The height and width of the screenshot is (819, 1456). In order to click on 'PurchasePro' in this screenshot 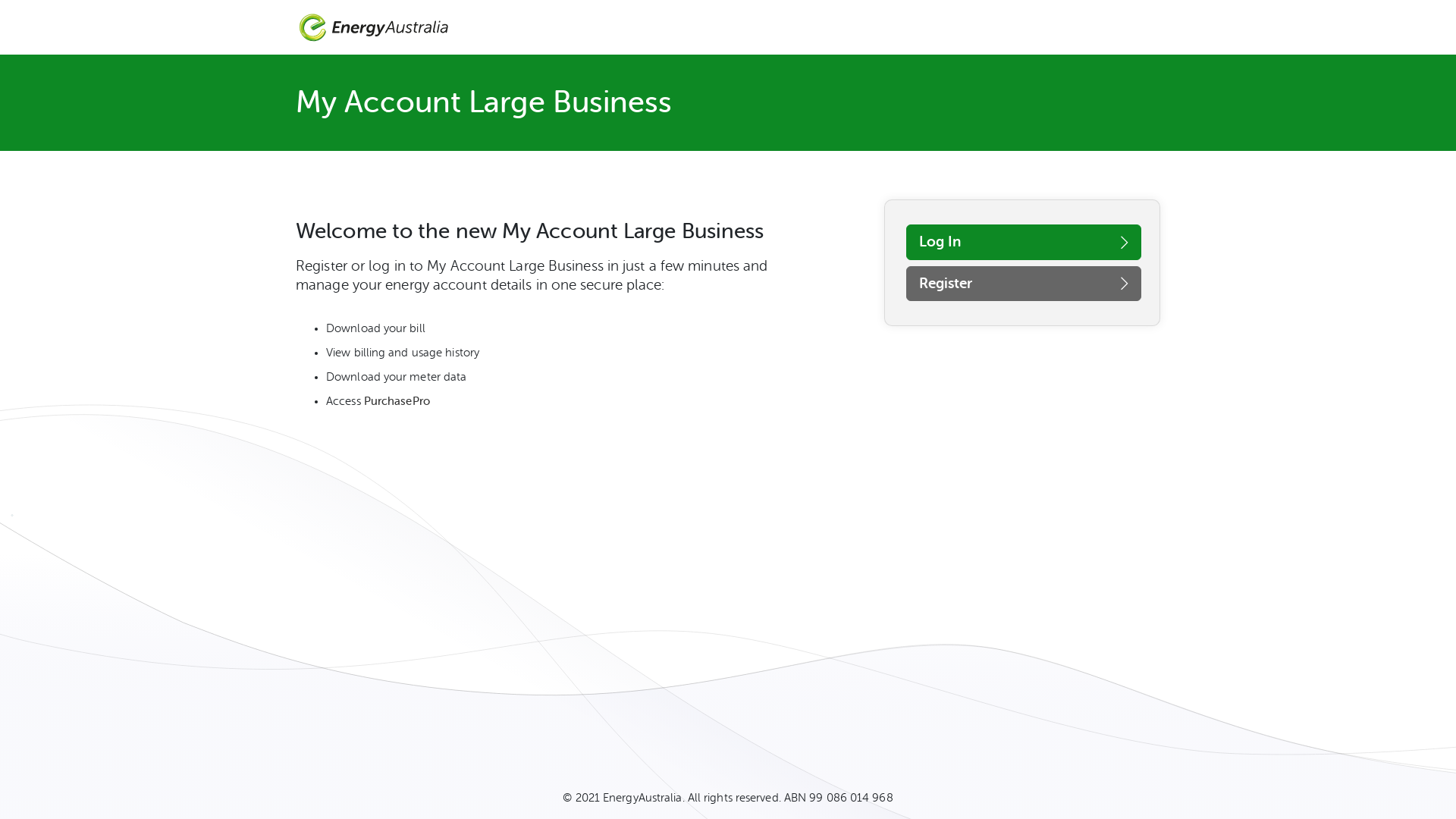, I will do `click(397, 400)`.